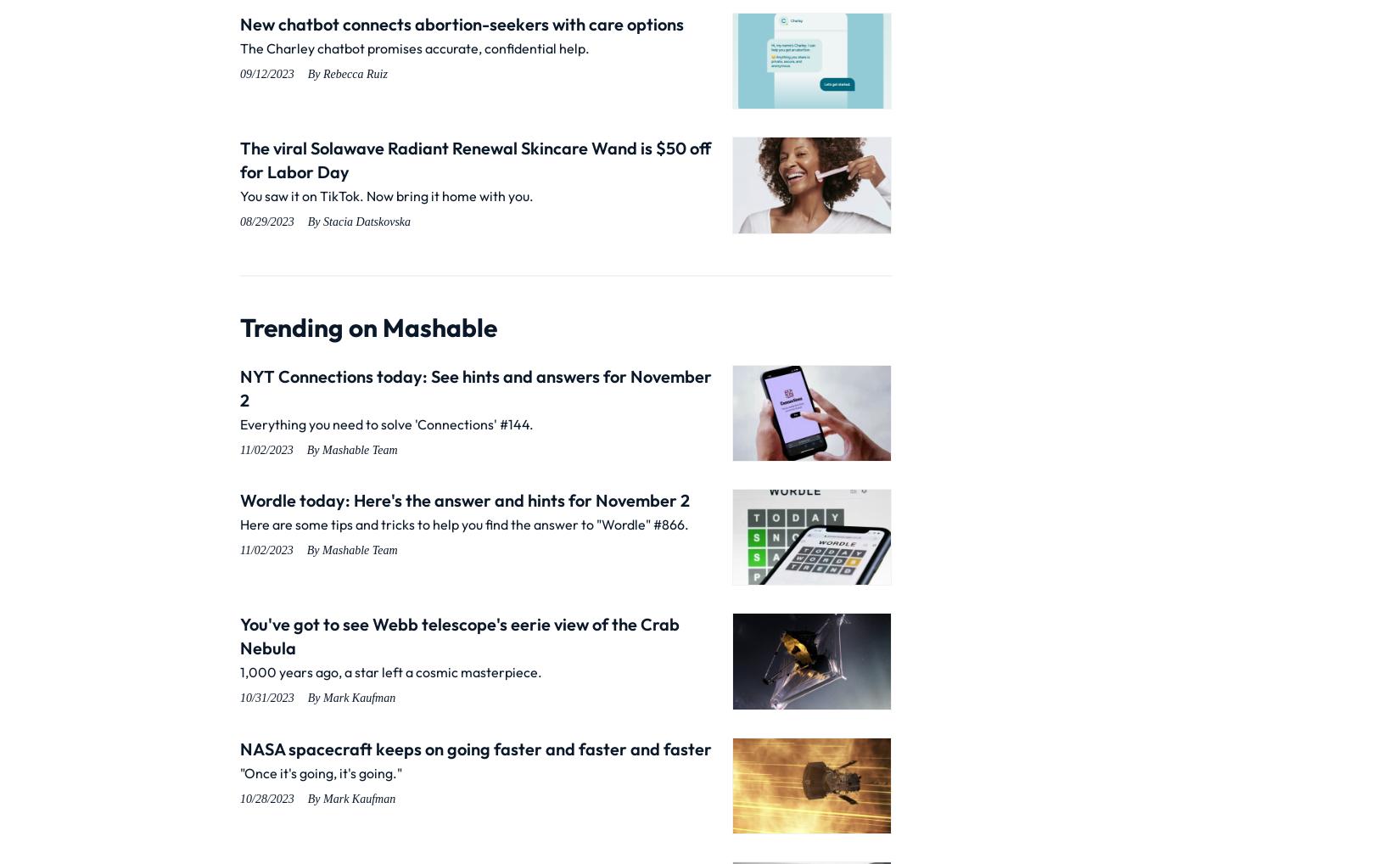 The width and height of the screenshot is (1400, 864). I want to click on '09/12/2023', so click(266, 73).